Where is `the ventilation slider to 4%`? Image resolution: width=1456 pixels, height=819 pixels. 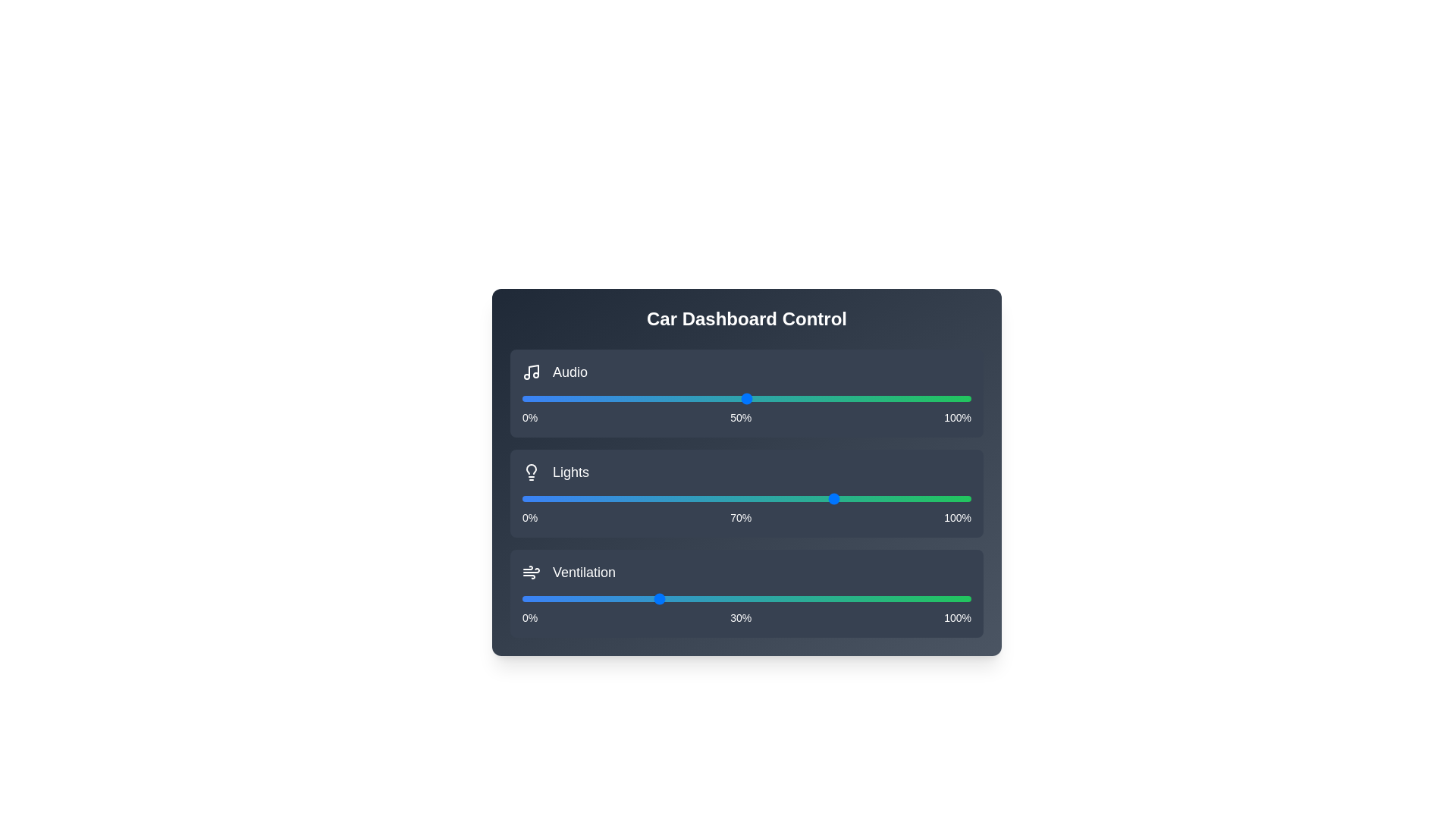
the ventilation slider to 4% is located at coordinates (540, 598).